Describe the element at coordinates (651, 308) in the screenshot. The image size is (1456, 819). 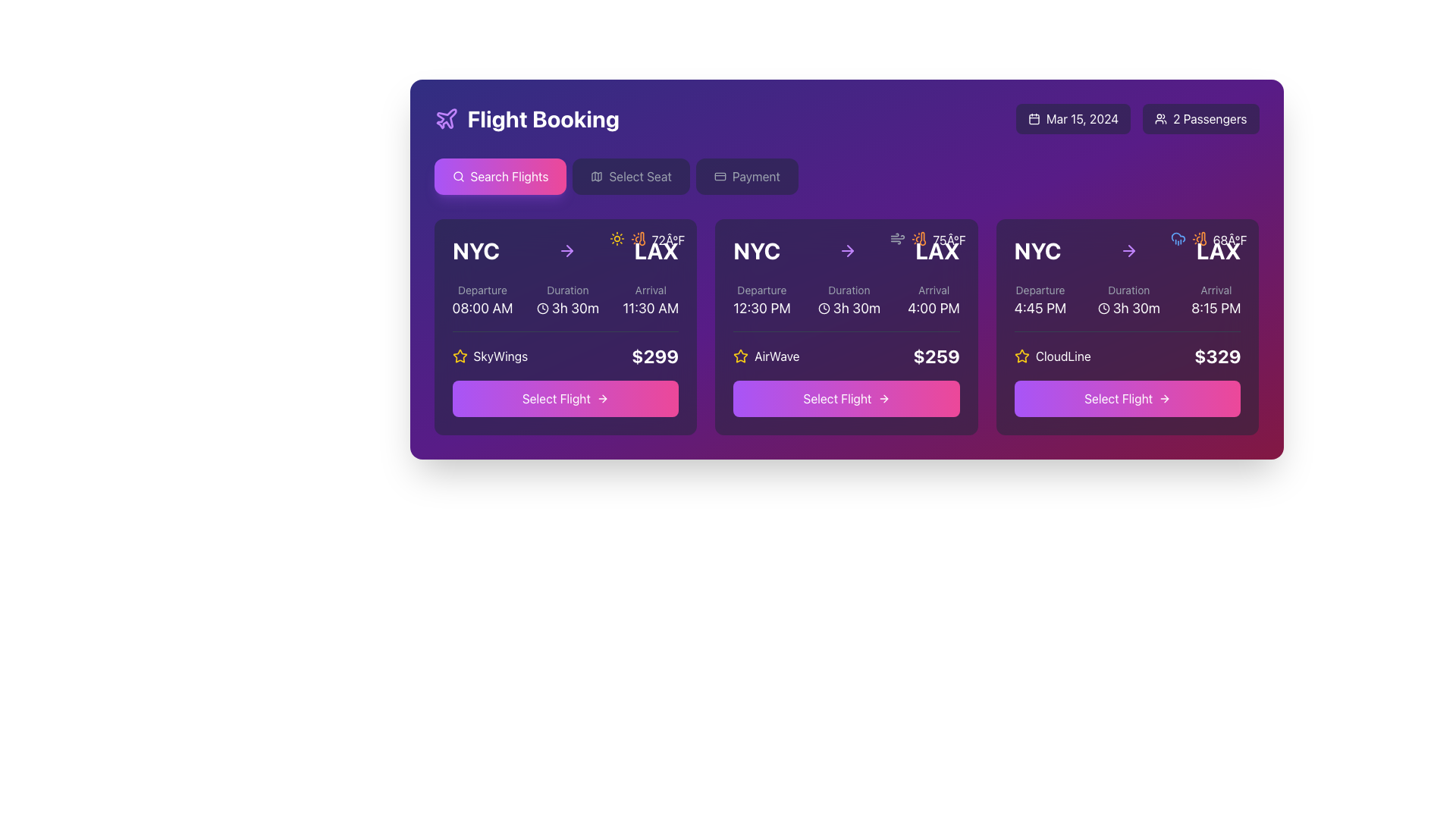
I see `the Text label that displays the arrival time for the flight, positioned beneath the 'Arrival' label in the bottom section of the first flight card` at that location.